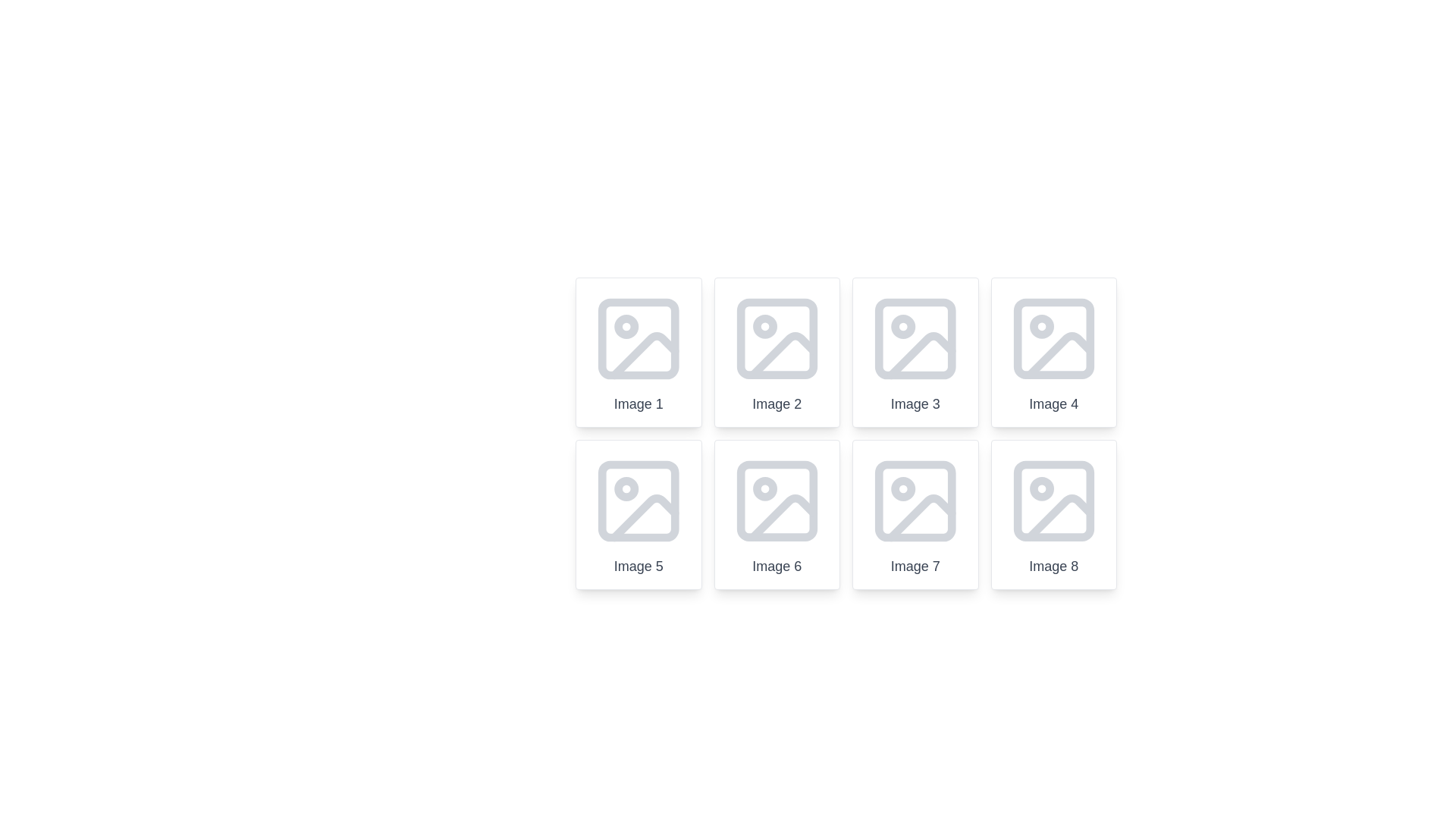 This screenshot has height=819, width=1456. What do you see at coordinates (903, 326) in the screenshot?
I see `the small circular shape (dot) embedded within the 'Image 3' icon, which is located in the second row, third column of the grid layout` at bounding box center [903, 326].